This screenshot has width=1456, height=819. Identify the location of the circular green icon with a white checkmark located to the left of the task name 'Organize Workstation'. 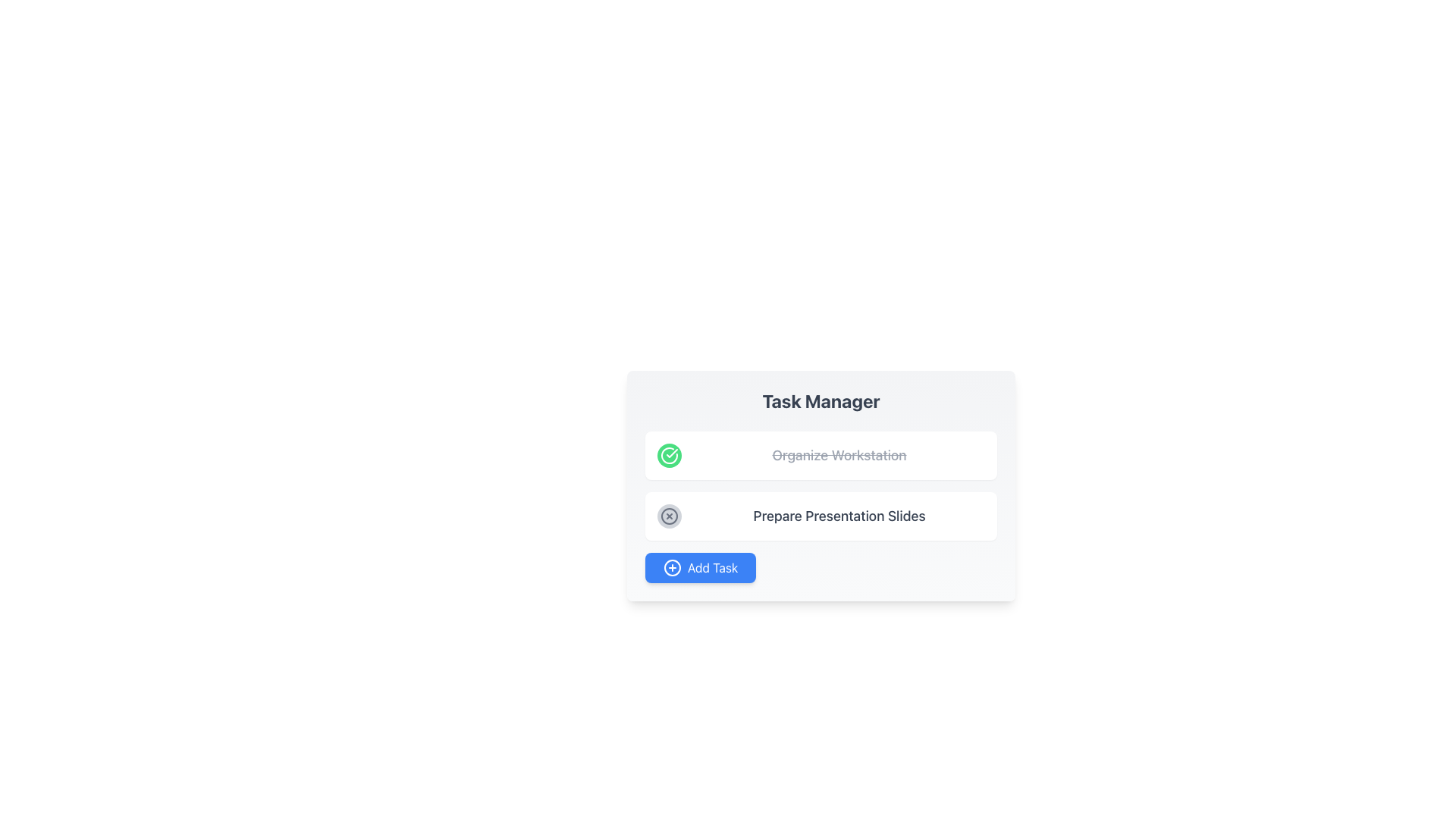
(669, 455).